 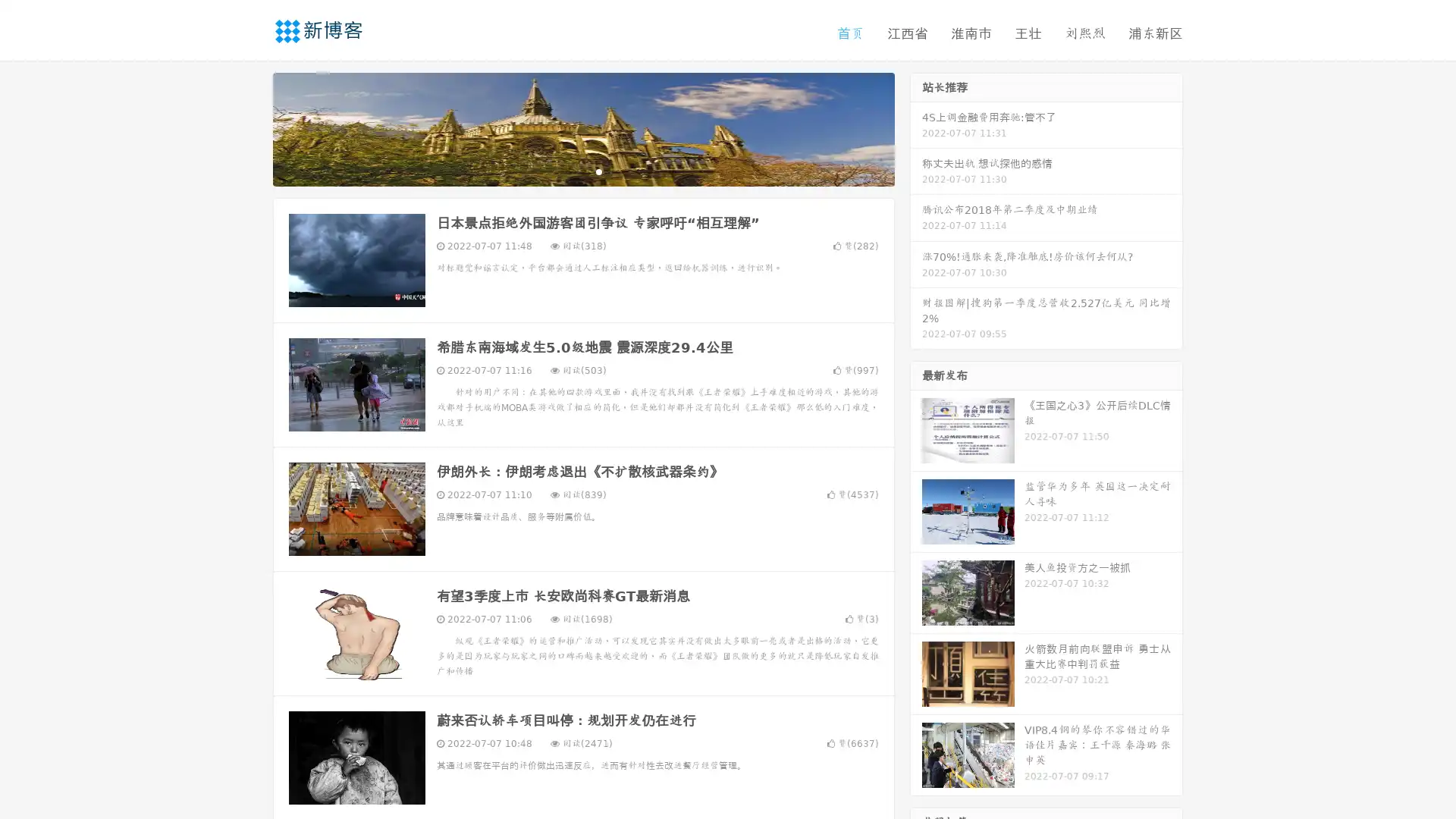 What do you see at coordinates (250, 127) in the screenshot?
I see `Previous slide` at bounding box center [250, 127].